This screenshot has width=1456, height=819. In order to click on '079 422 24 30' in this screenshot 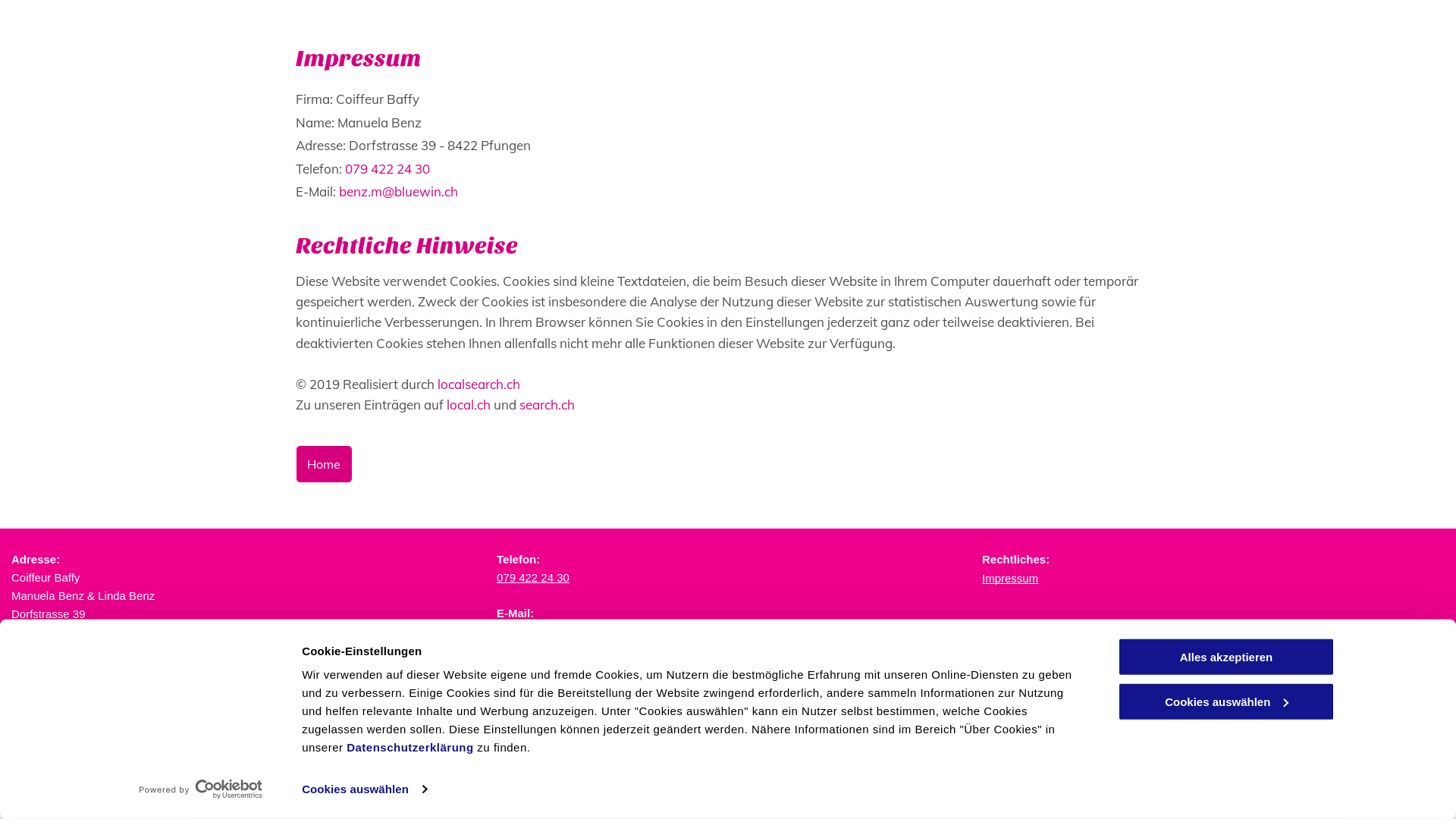, I will do `click(496, 577)`.